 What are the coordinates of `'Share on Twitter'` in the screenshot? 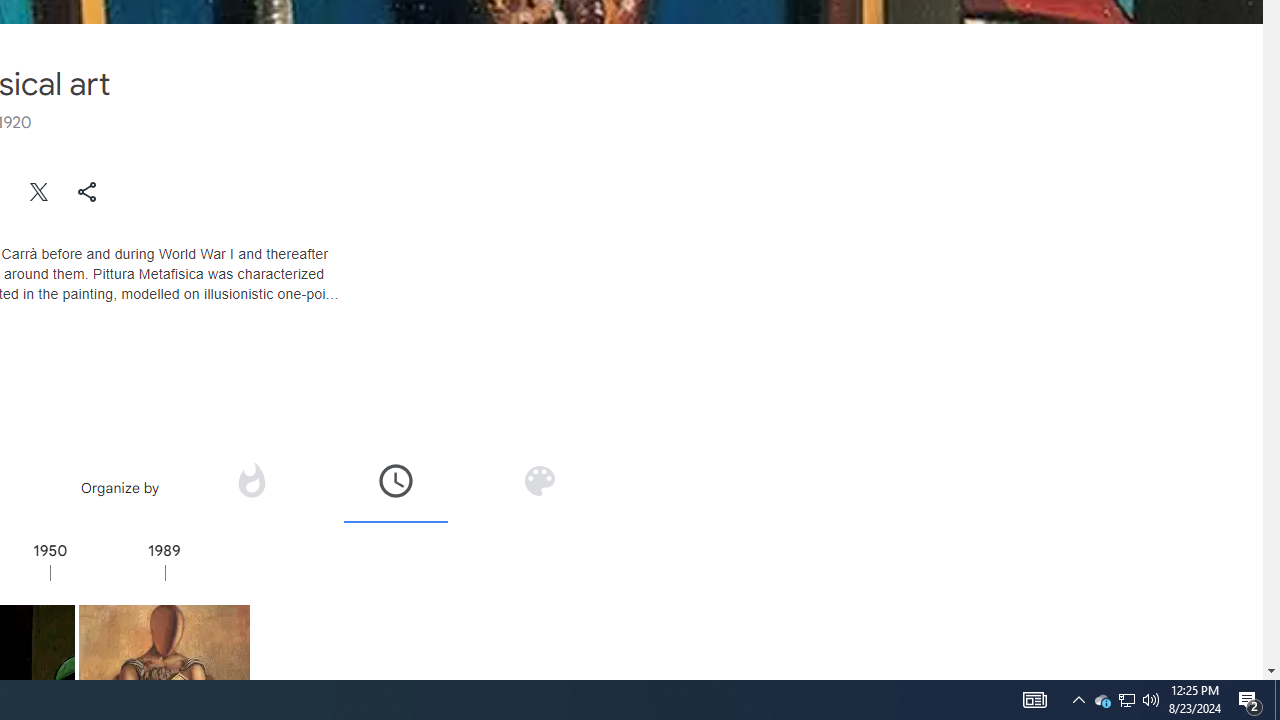 It's located at (39, 191).